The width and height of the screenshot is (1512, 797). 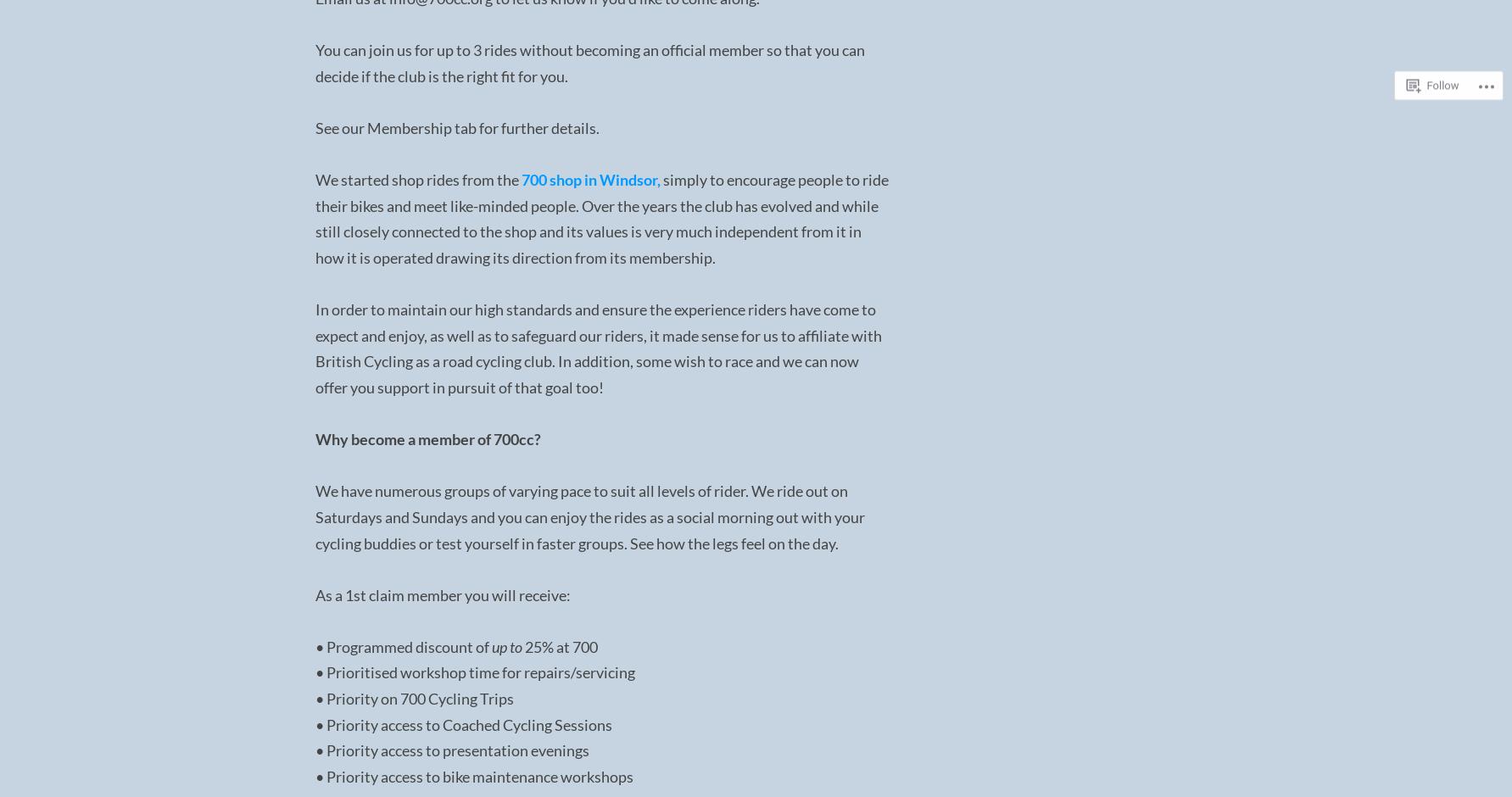 I want to click on '• Priority on 700 Cycling Trips', so click(x=414, y=698).